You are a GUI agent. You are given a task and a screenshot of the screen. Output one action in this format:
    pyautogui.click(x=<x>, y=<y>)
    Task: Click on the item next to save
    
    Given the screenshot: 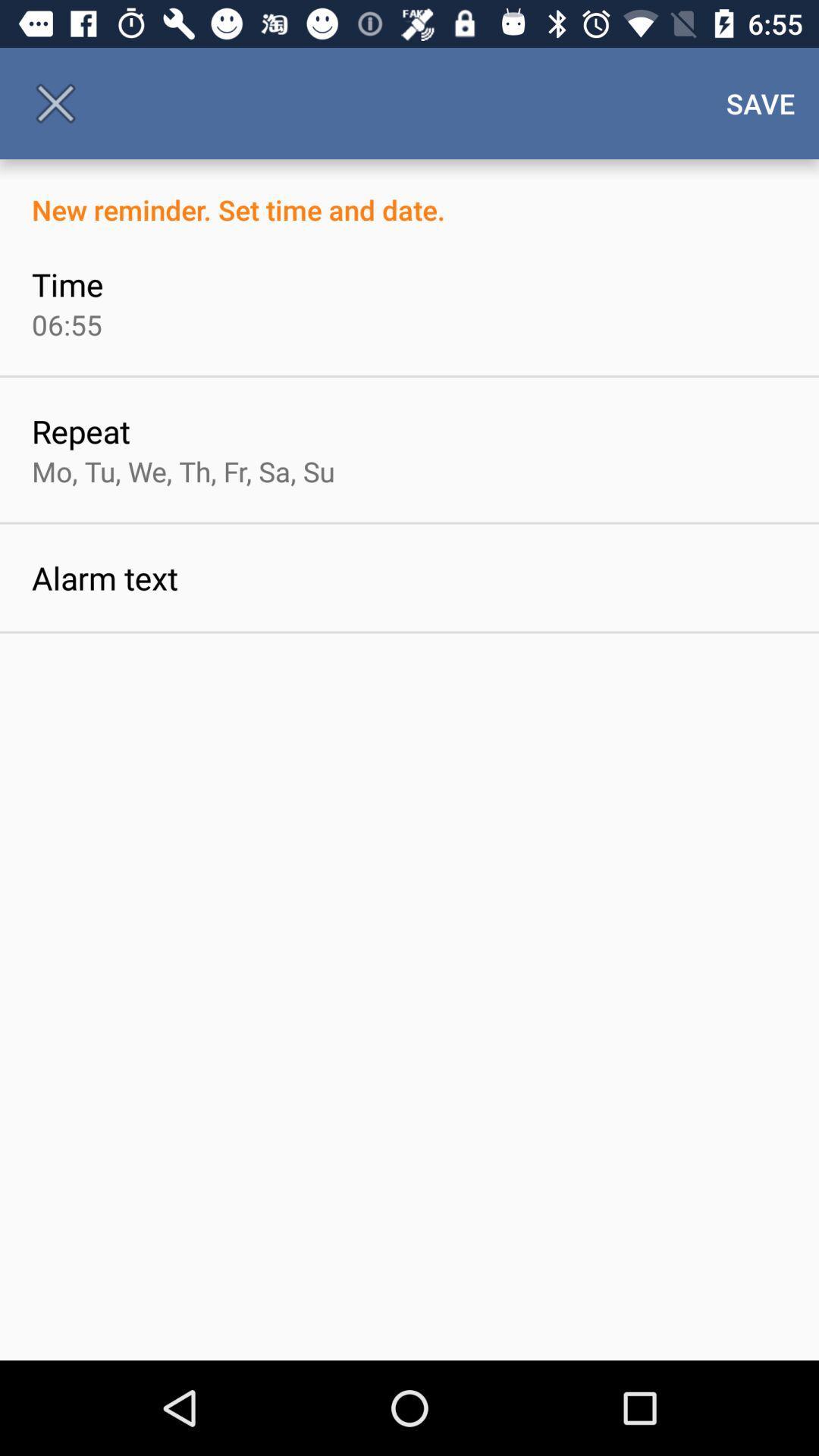 What is the action you would take?
    pyautogui.click(x=55, y=102)
    